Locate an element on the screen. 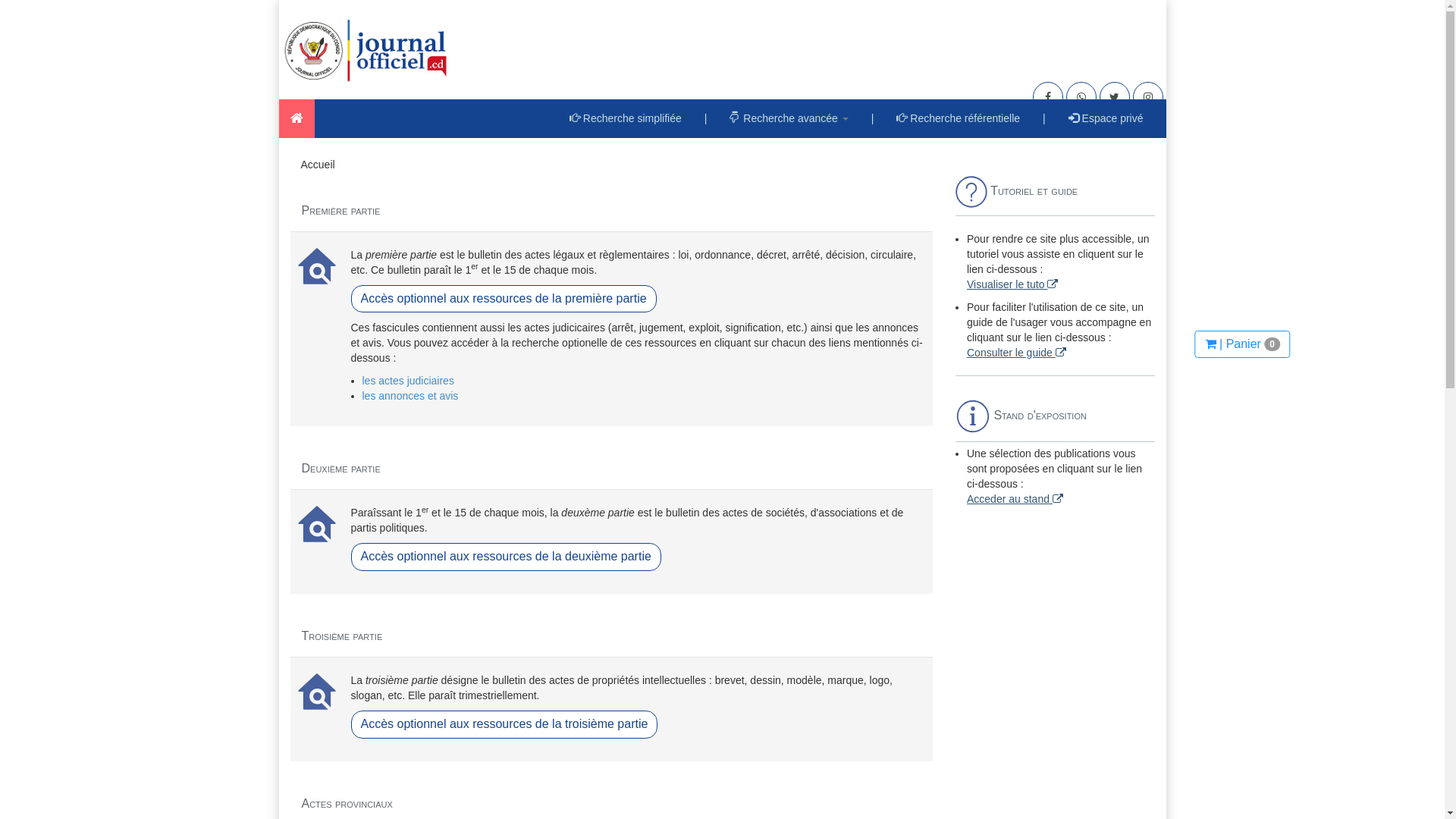 Image resolution: width=1456 pixels, height=819 pixels. 'Acceder au stand' is located at coordinates (966, 499).